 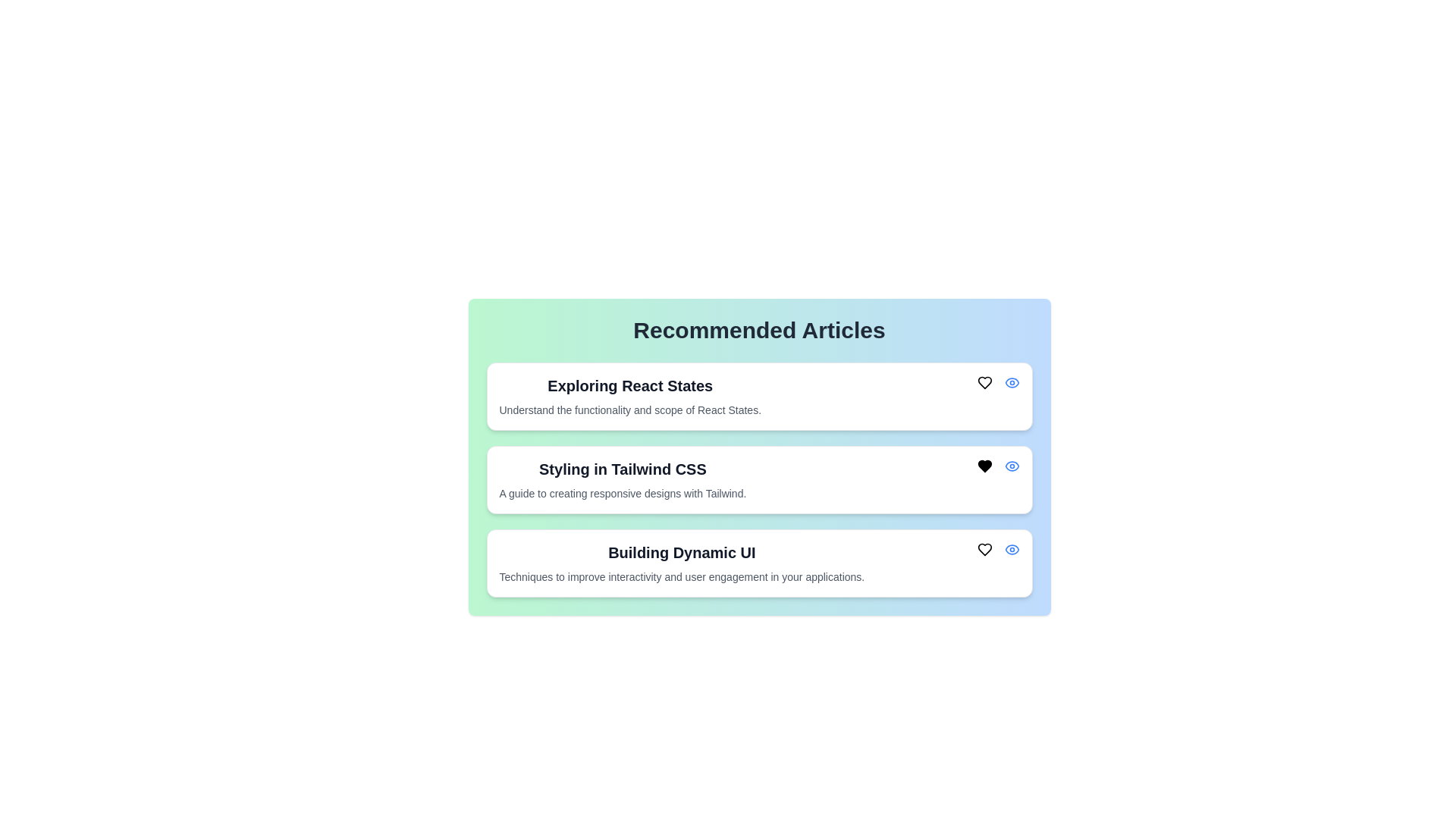 I want to click on the favorite button for the article titled 'Building Dynamic UI' to toggle its favorite status, so click(x=984, y=550).